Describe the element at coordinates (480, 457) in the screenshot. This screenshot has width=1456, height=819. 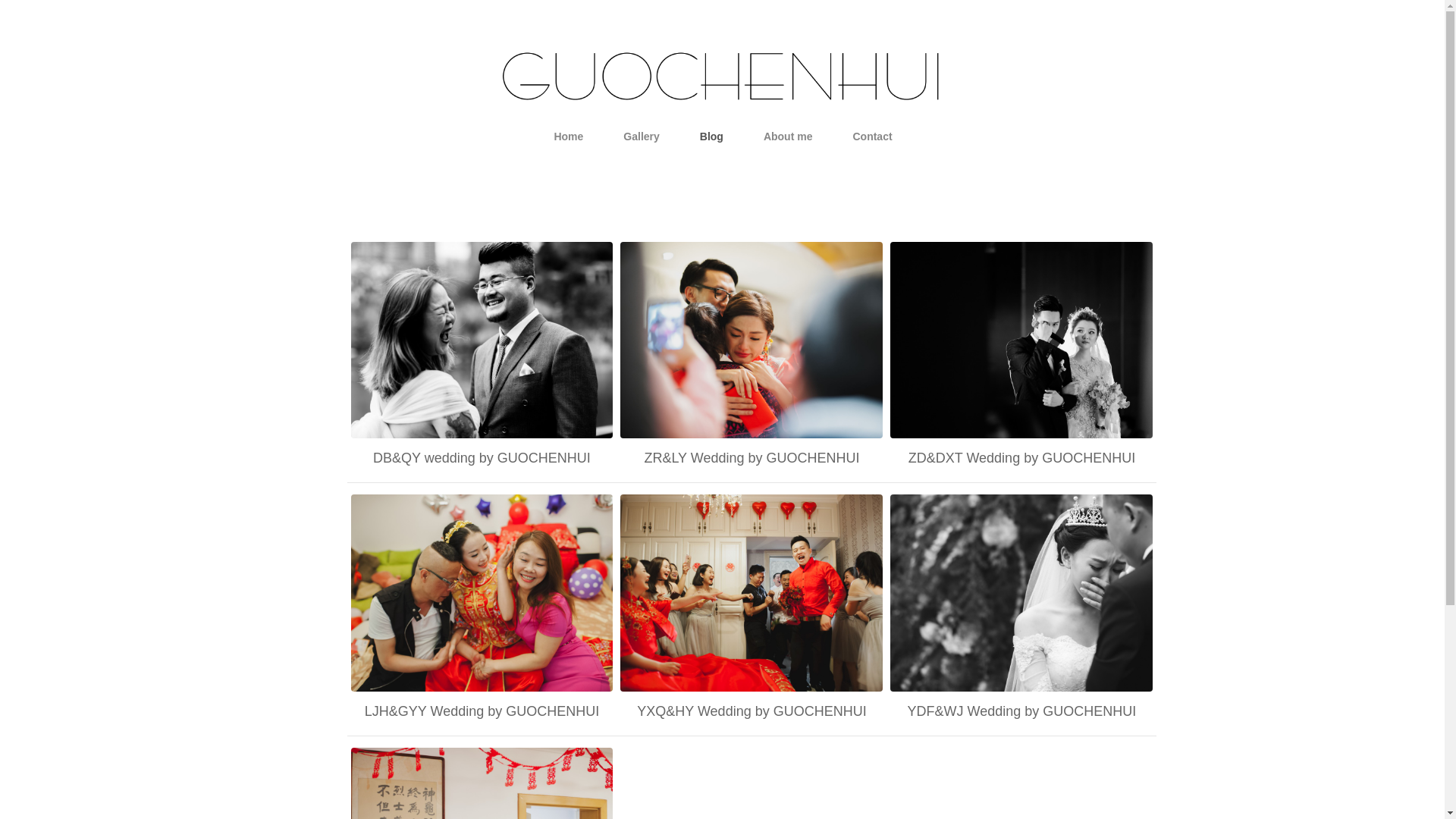
I see `'DB&QY wedding by GUOCHENHUI'` at that location.